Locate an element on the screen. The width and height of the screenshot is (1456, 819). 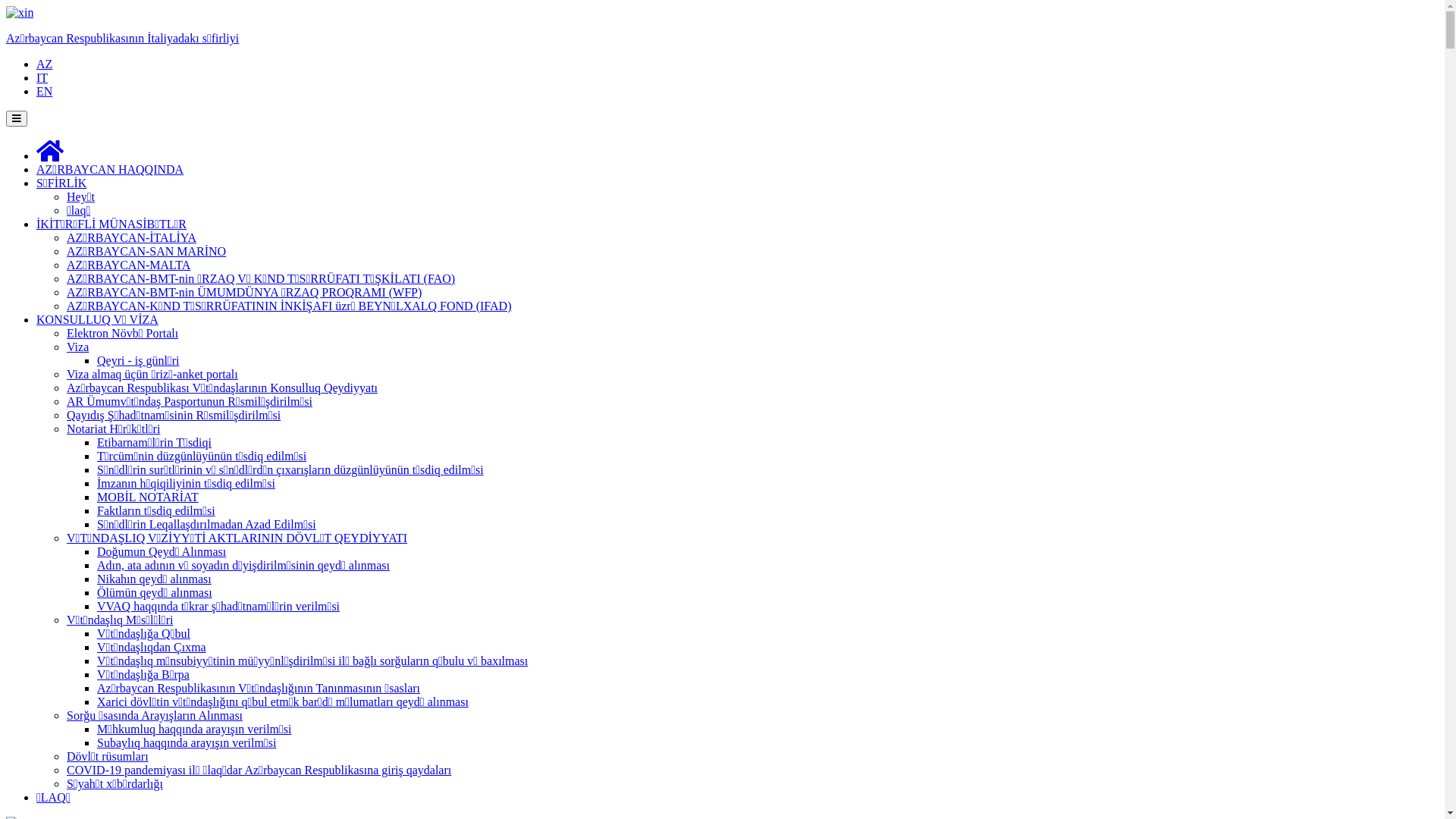
'Viza' is located at coordinates (77, 347).